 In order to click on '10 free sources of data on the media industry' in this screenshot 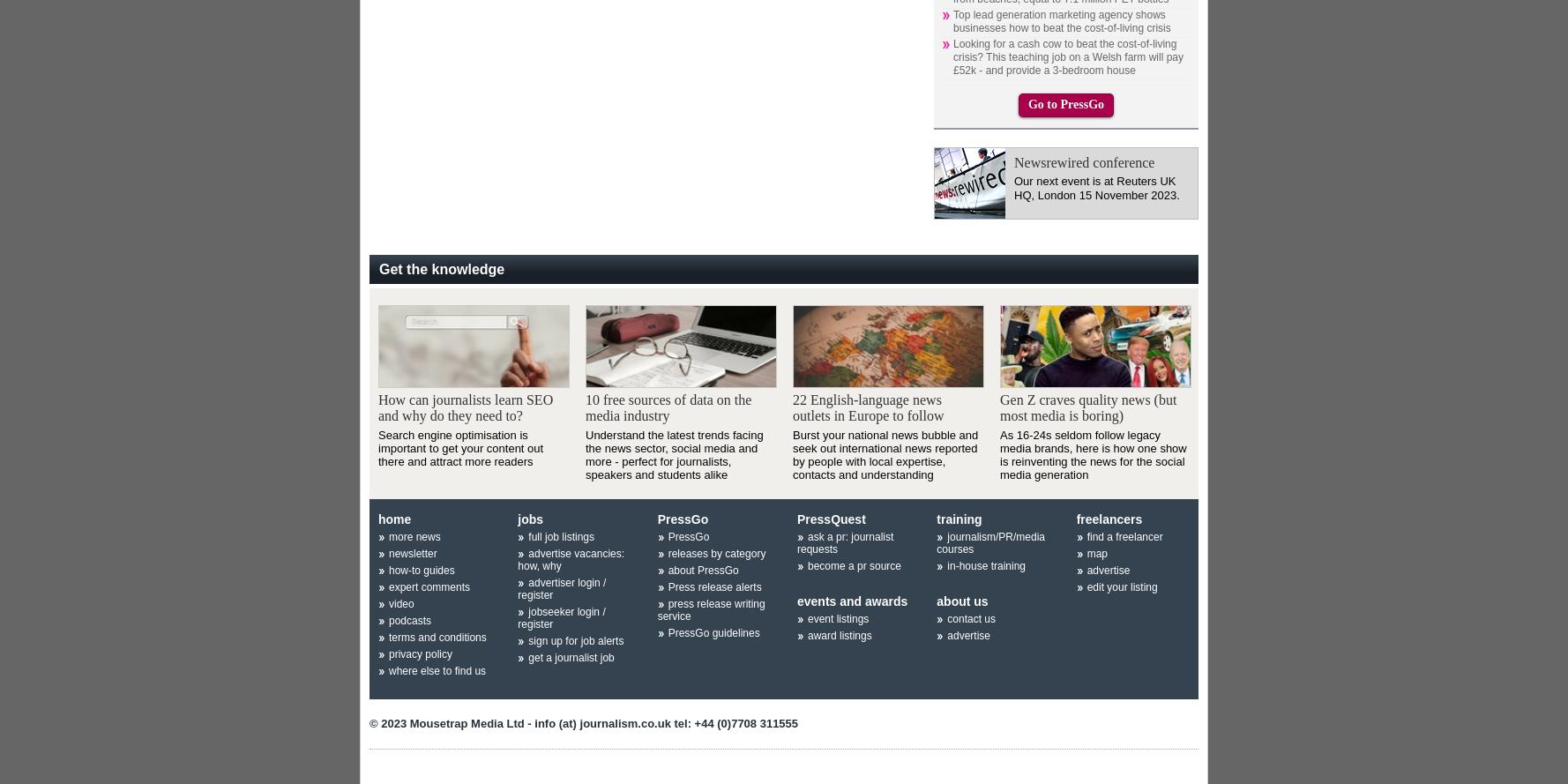, I will do `click(667, 406)`.